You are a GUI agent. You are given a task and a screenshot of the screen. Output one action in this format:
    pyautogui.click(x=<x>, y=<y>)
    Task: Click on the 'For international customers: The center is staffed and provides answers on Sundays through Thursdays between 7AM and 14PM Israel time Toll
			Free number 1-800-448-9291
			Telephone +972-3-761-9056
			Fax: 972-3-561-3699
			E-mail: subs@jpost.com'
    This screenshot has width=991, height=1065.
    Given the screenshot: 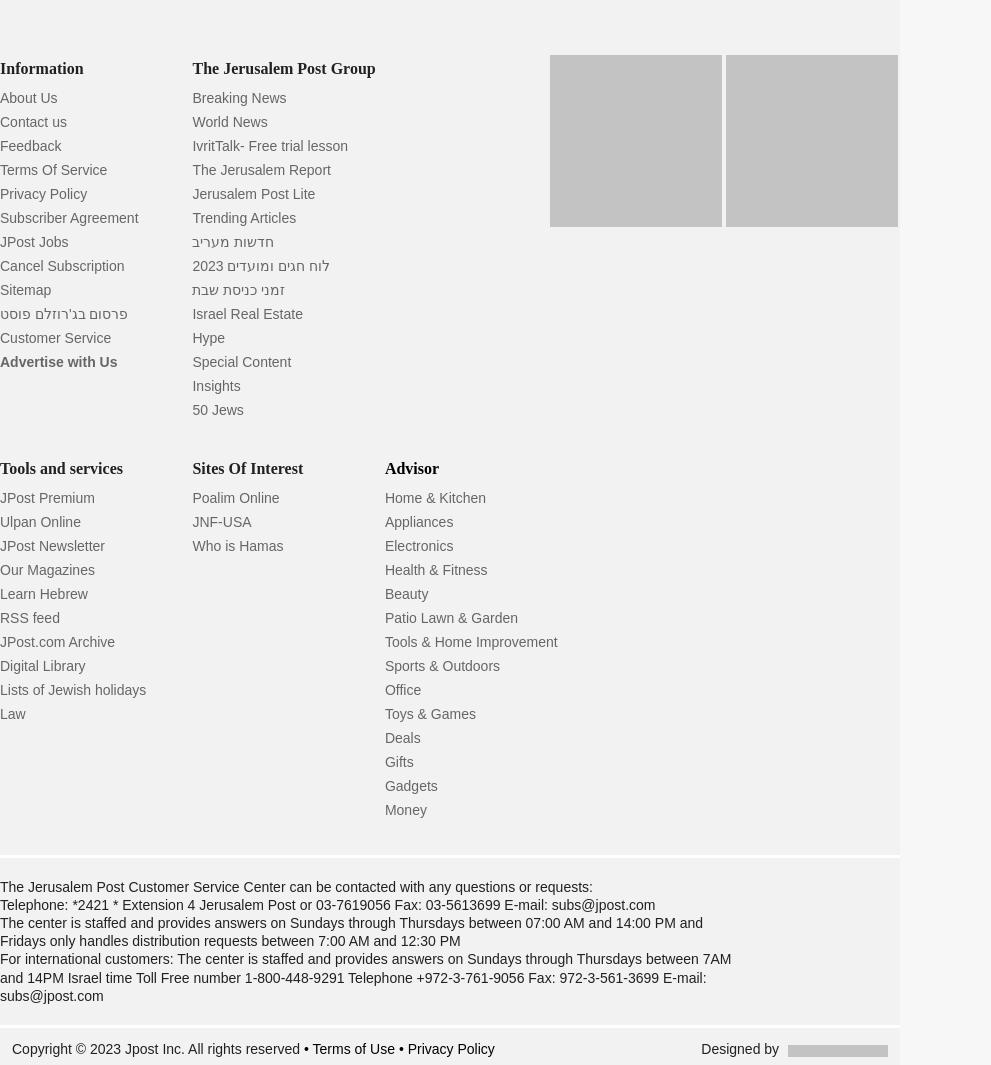 What is the action you would take?
    pyautogui.click(x=364, y=977)
    